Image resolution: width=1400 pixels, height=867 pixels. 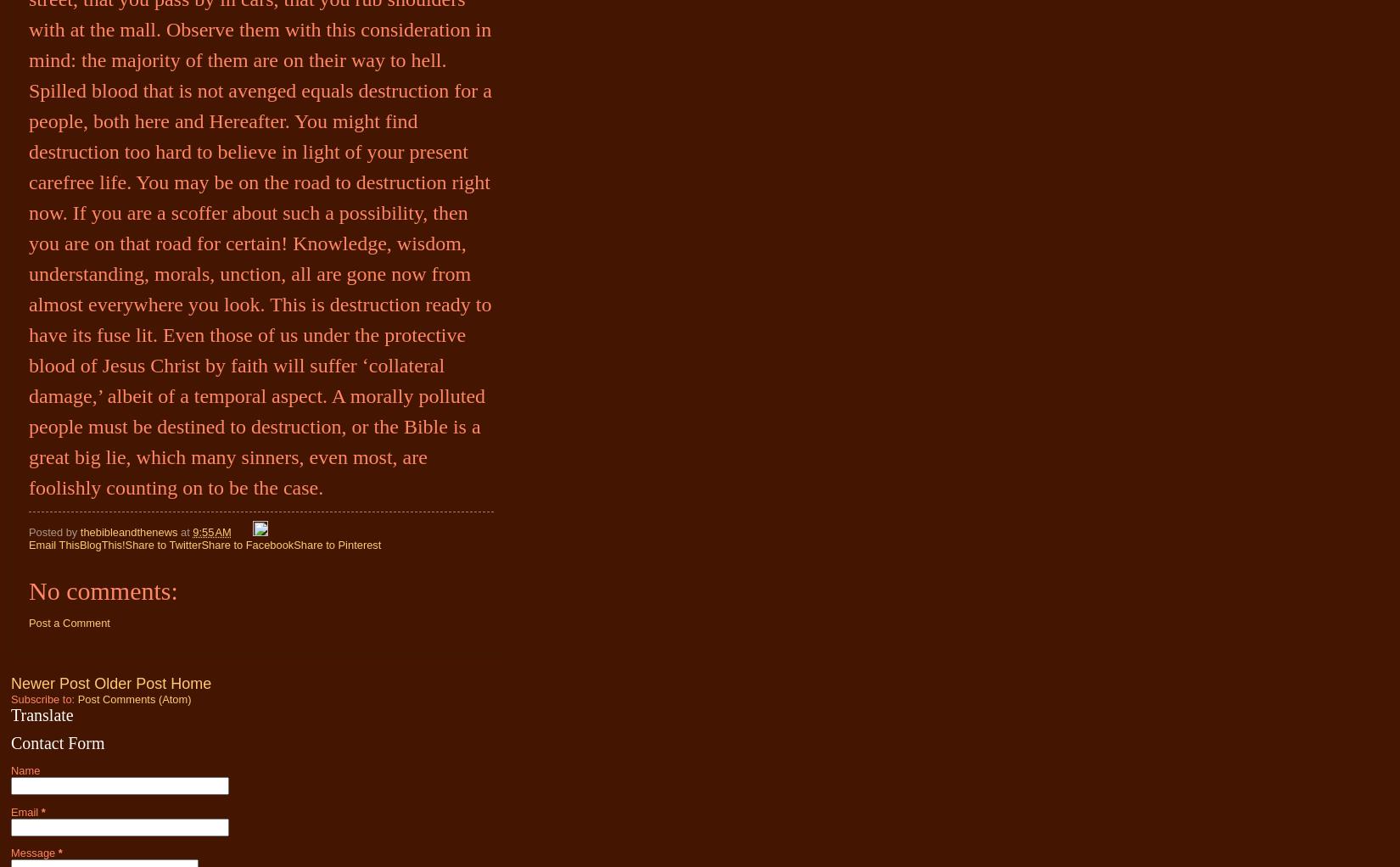 I want to click on 'Subscribe to:', so click(x=43, y=697).